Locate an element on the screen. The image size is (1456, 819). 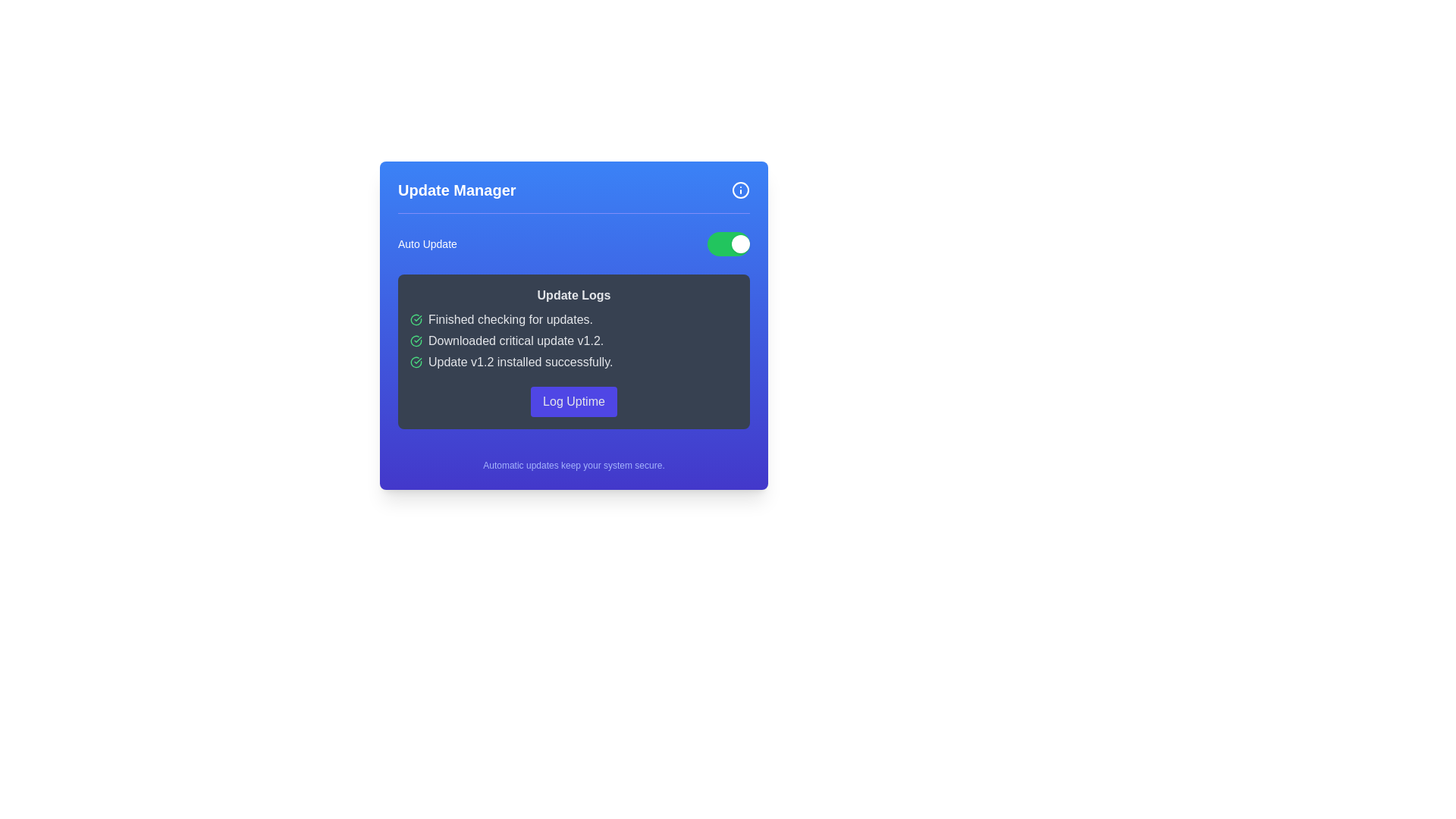
text of the first log entry indicating that the update check has concluded successfully, positioned above 'Downloaded critical update v1.2.' and below 'Update Logs' is located at coordinates (573, 318).